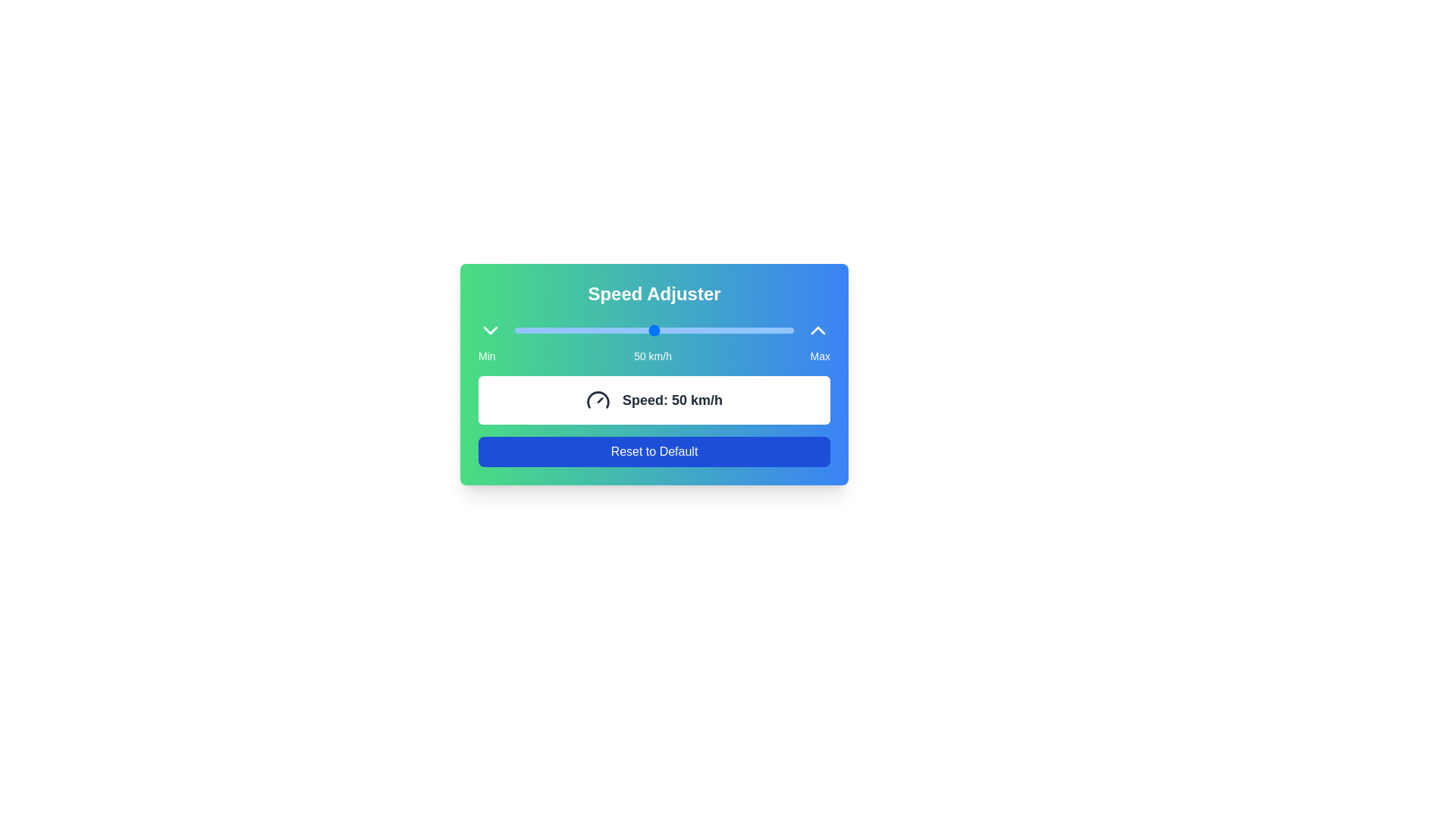  I want to click on the slider position, so click(786, 329).